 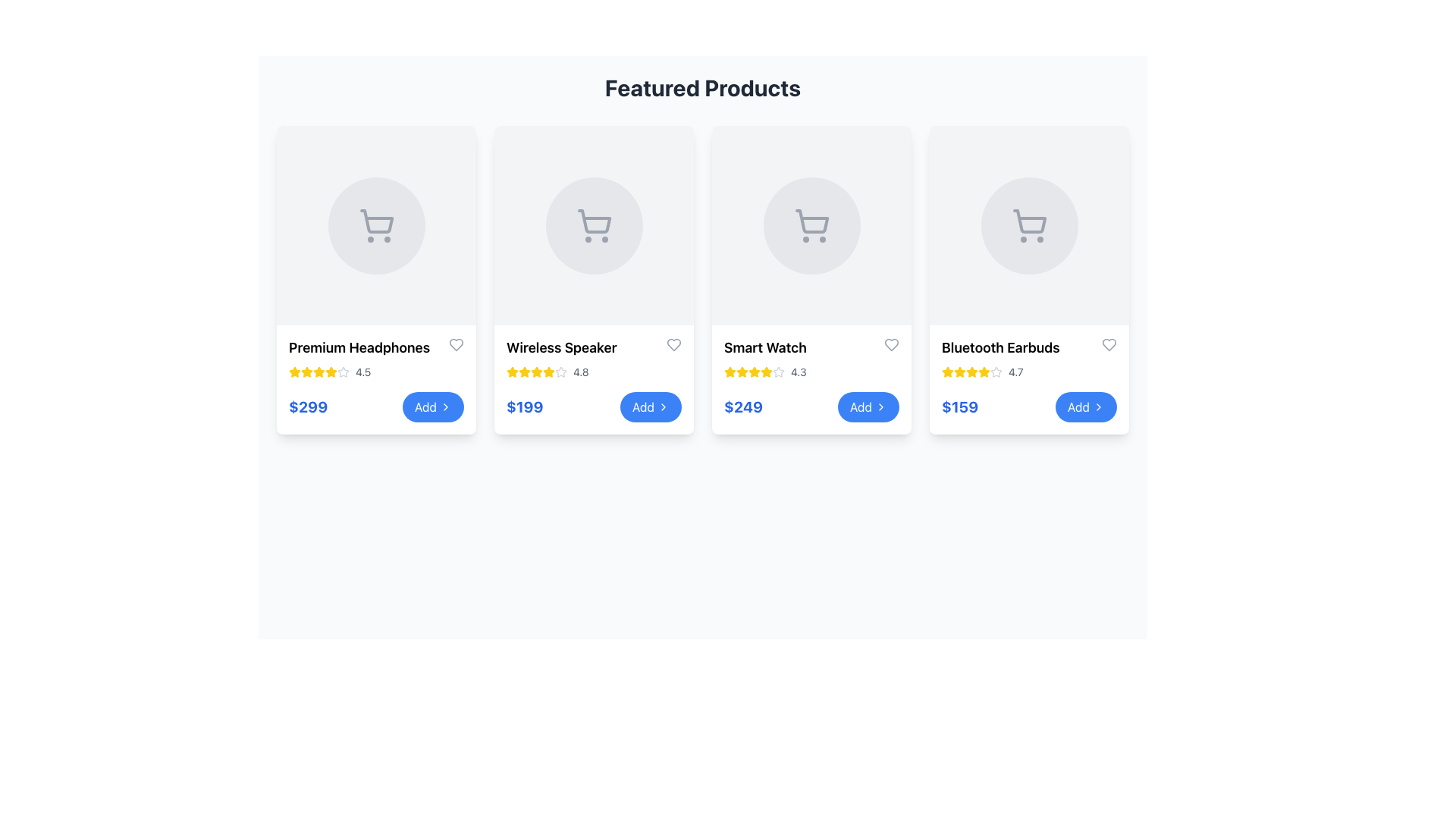 What do you see at coordinates (984, 372) in the screenshot?
I see `the sixth star icon in the rating system for the product 'Bluetooth Earbuds' located in the fourth card of the 'Featured Products' layout` at bounding box center [984, 372].